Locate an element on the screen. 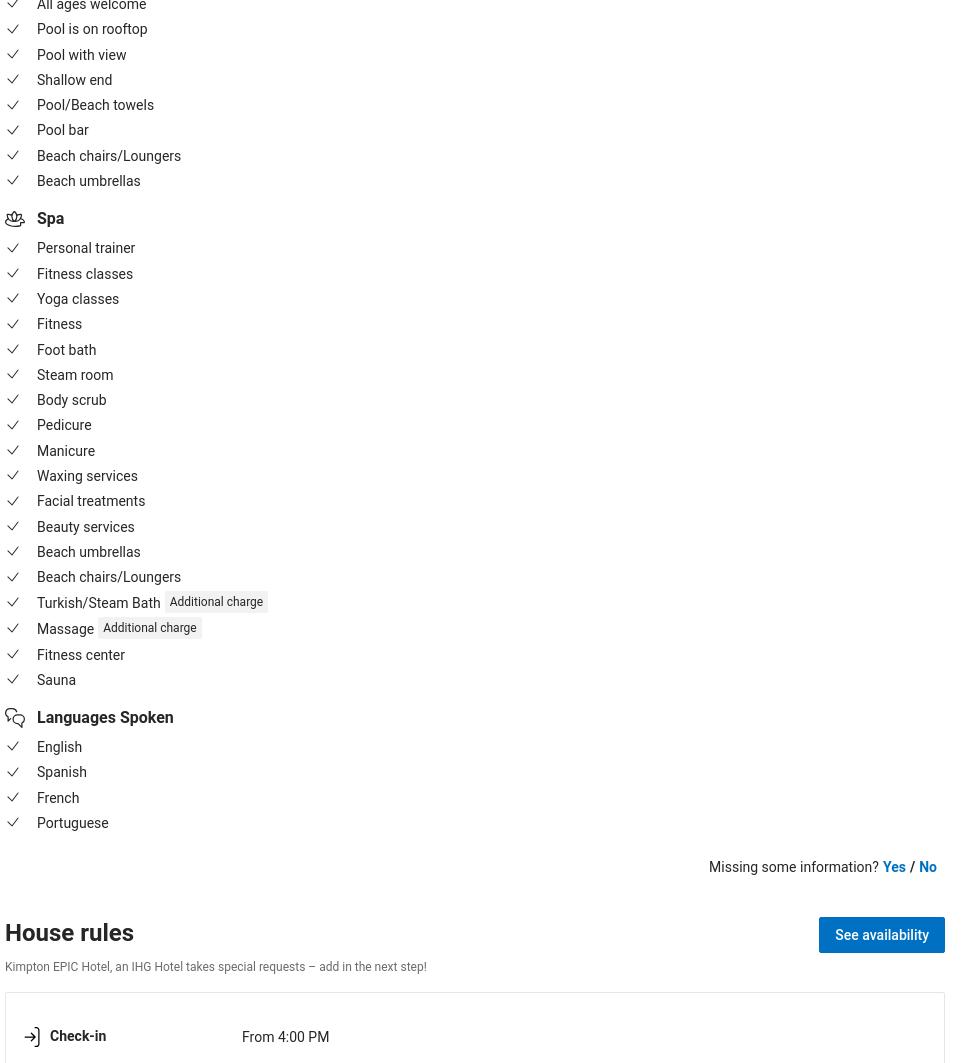 The height and width of the screenshot is (1063, 961). 'Portuguese' is located at coordinates (72, 821).